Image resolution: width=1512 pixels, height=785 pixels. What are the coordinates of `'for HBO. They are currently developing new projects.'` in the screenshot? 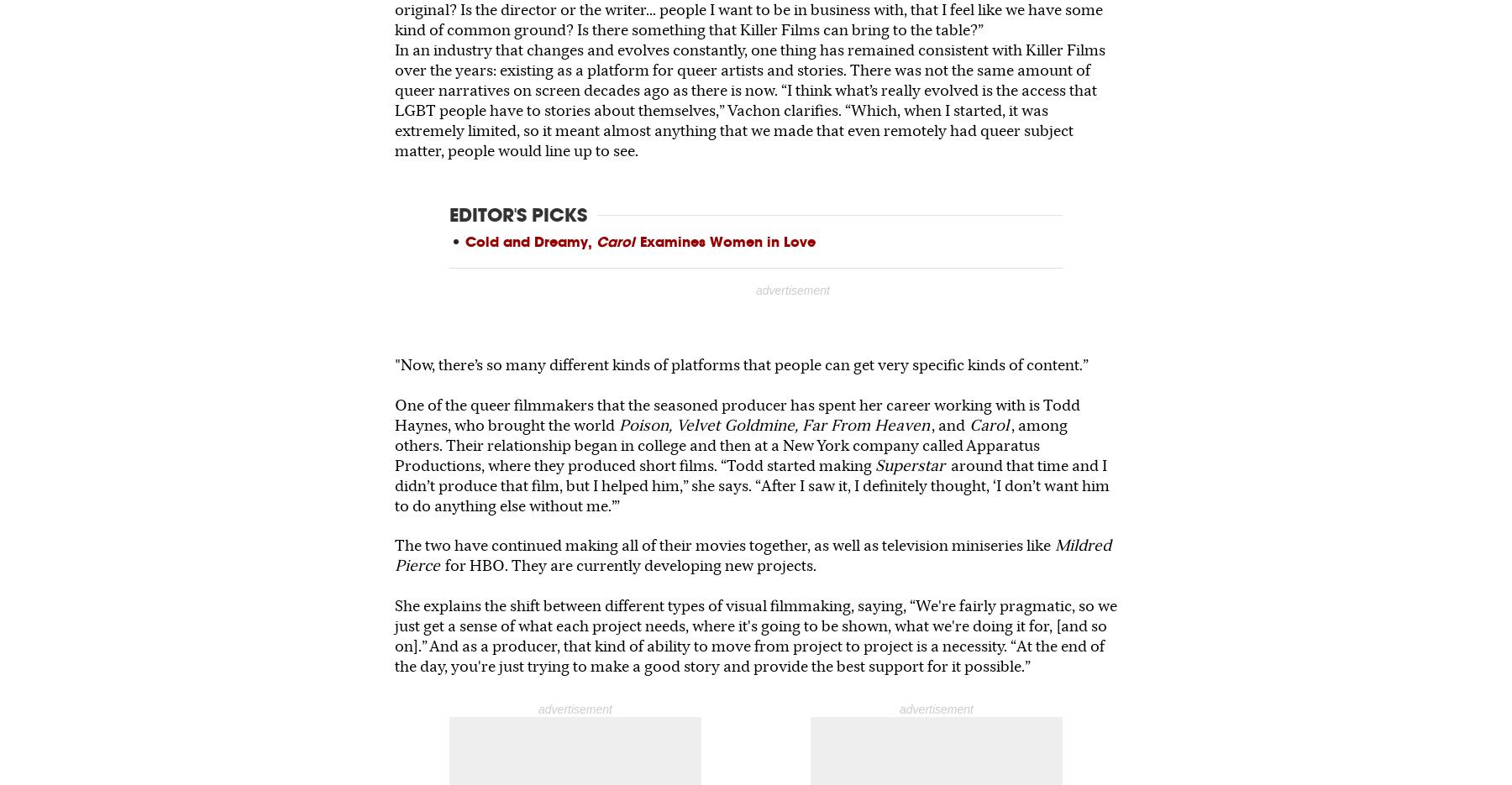 It's located at (627, 565).